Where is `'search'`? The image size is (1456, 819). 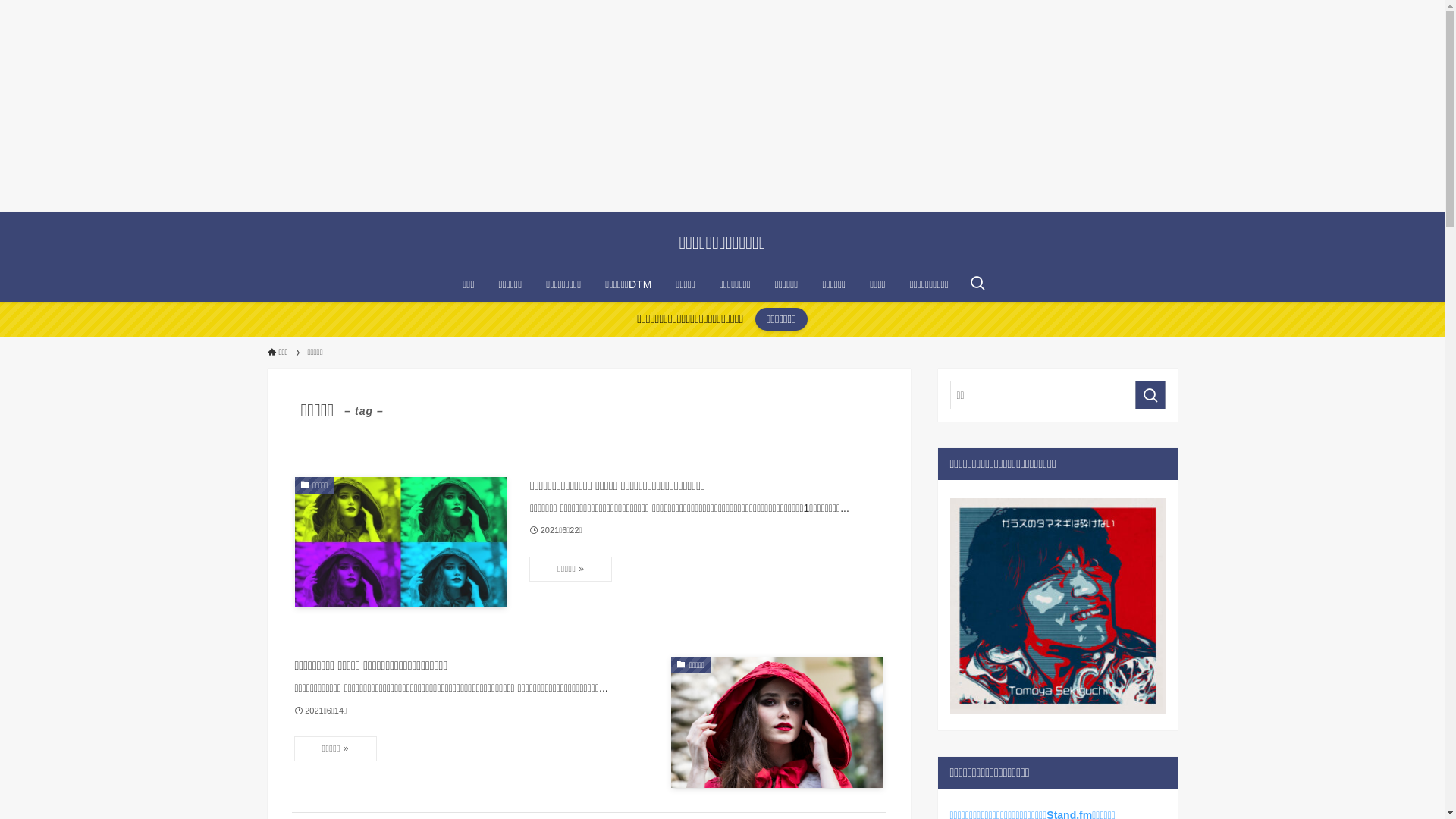
'search' is located at coordinates (1134, 394).